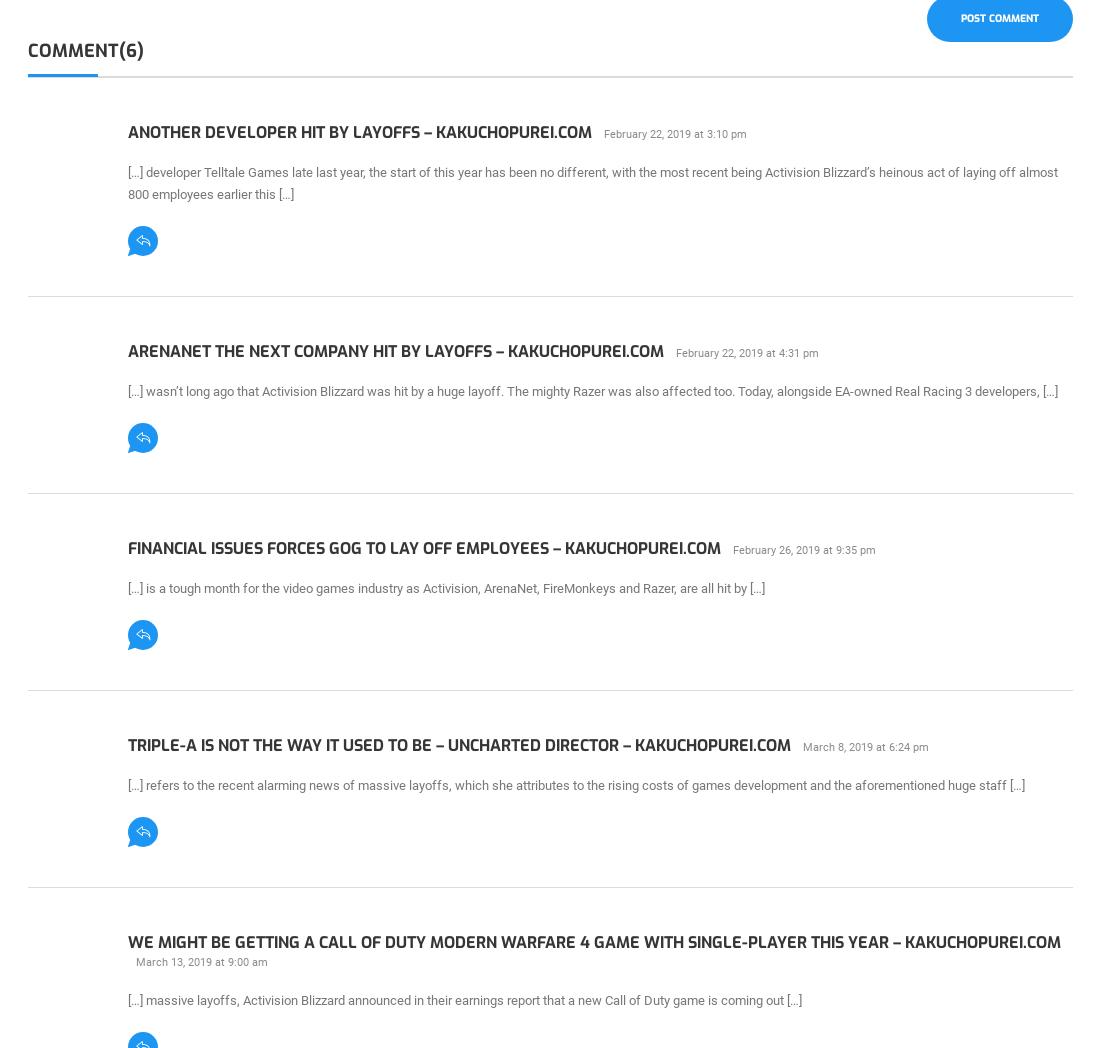  Describe the element at coordinates (127, 130) in the screenshot. I see `'Another Developer Hit By Layoffs – KAKUCHOPUREI.COM'` at that location.